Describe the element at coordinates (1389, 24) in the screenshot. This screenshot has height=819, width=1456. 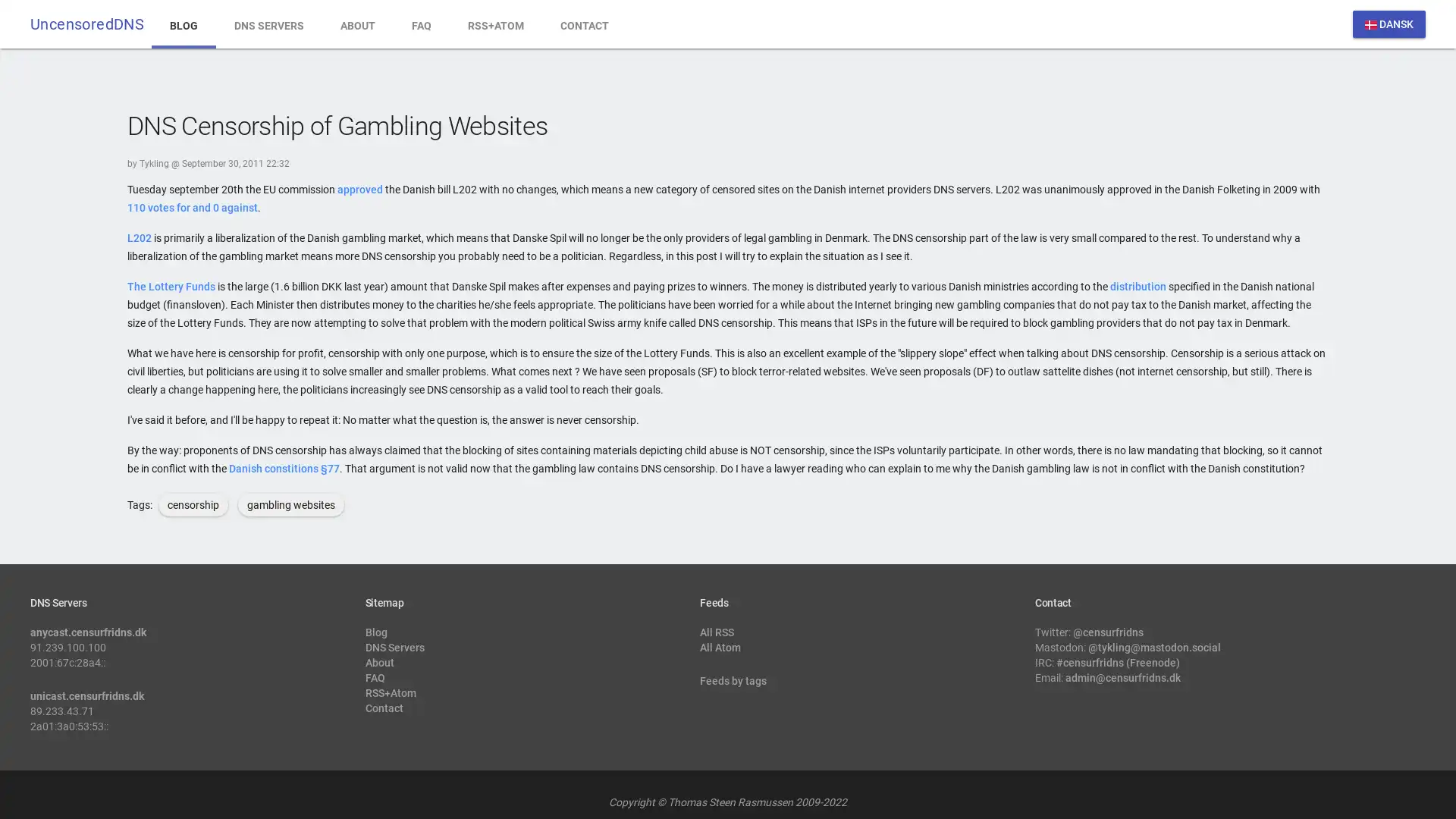
I see `dansk DANSK` at that location.